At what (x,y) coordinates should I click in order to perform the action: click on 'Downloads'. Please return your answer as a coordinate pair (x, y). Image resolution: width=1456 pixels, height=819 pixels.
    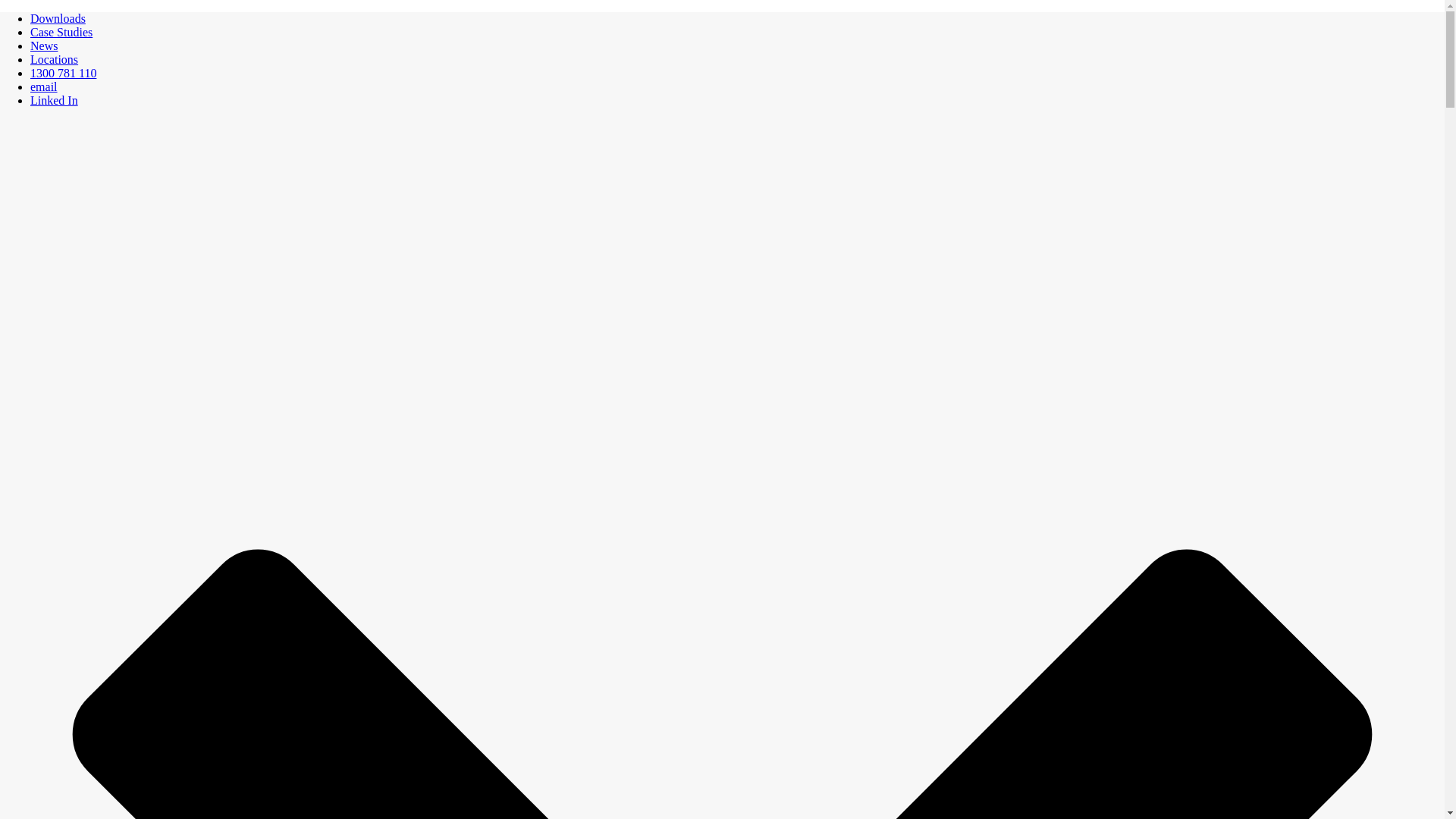
    Looking at the image, I should click on (58, 18).